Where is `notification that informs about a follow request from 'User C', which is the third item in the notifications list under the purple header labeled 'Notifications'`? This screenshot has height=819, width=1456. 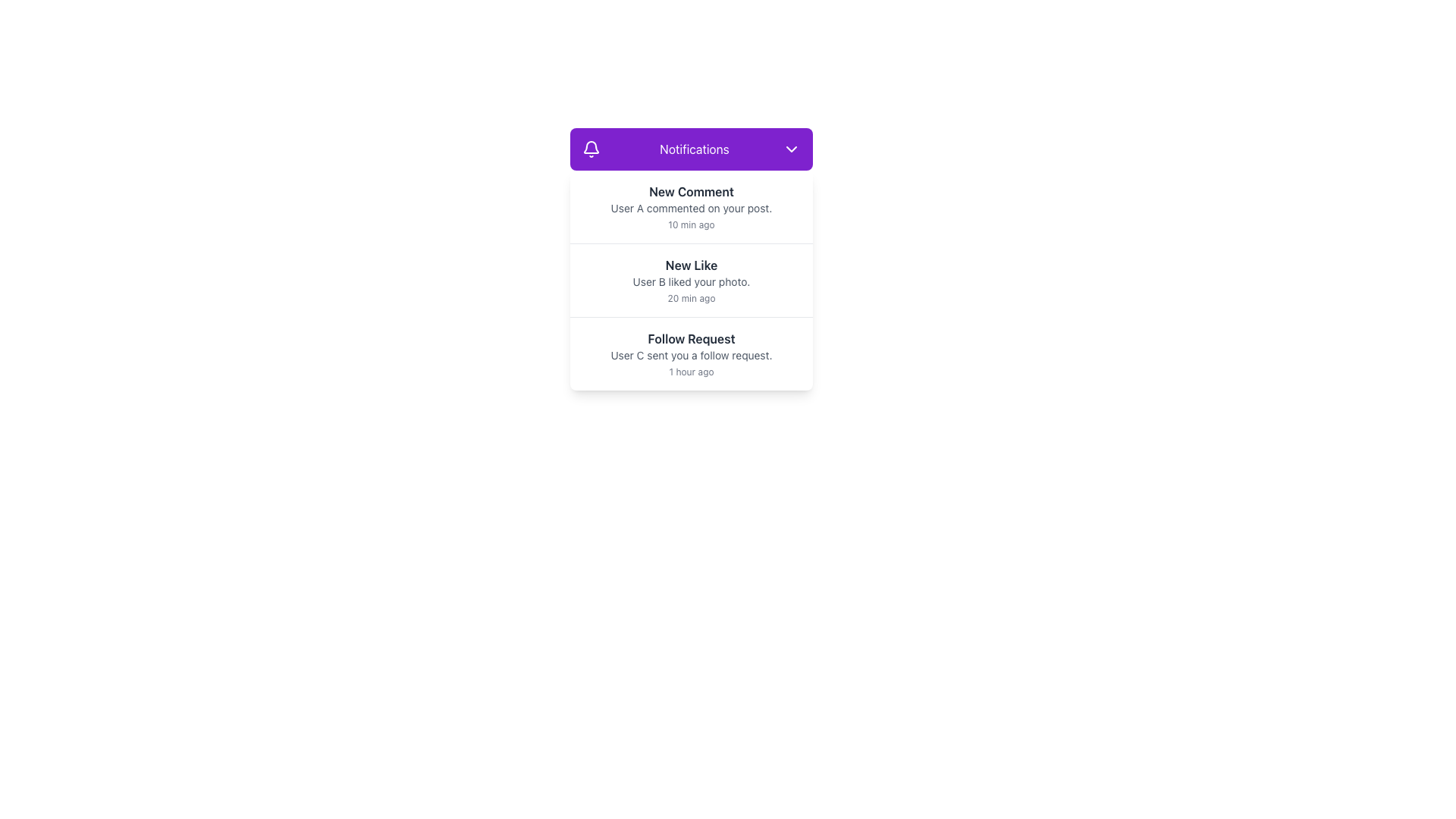 notification that informs about a follow request from 'User C', which is the third item in the notifications list under the purple header labeled 'Notifications' is located at coordinates (691, 353).